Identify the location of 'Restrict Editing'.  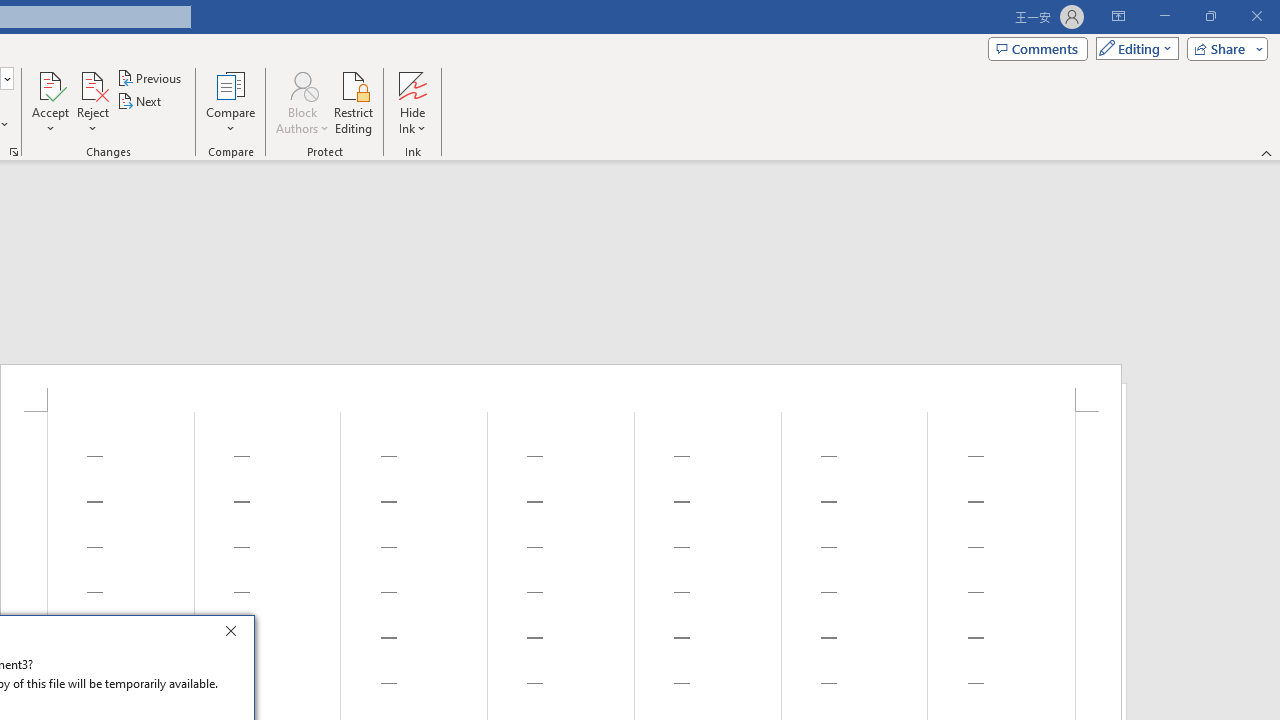
(353, 103).